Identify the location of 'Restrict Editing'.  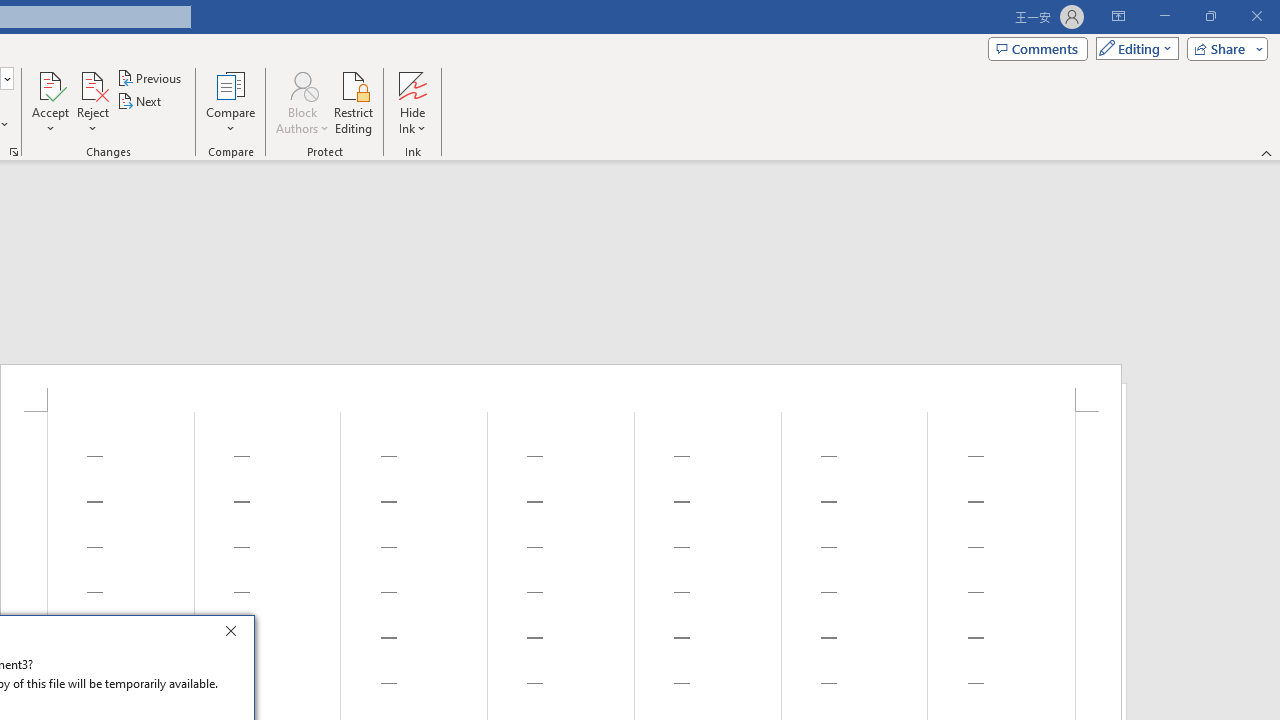
(353, 103).